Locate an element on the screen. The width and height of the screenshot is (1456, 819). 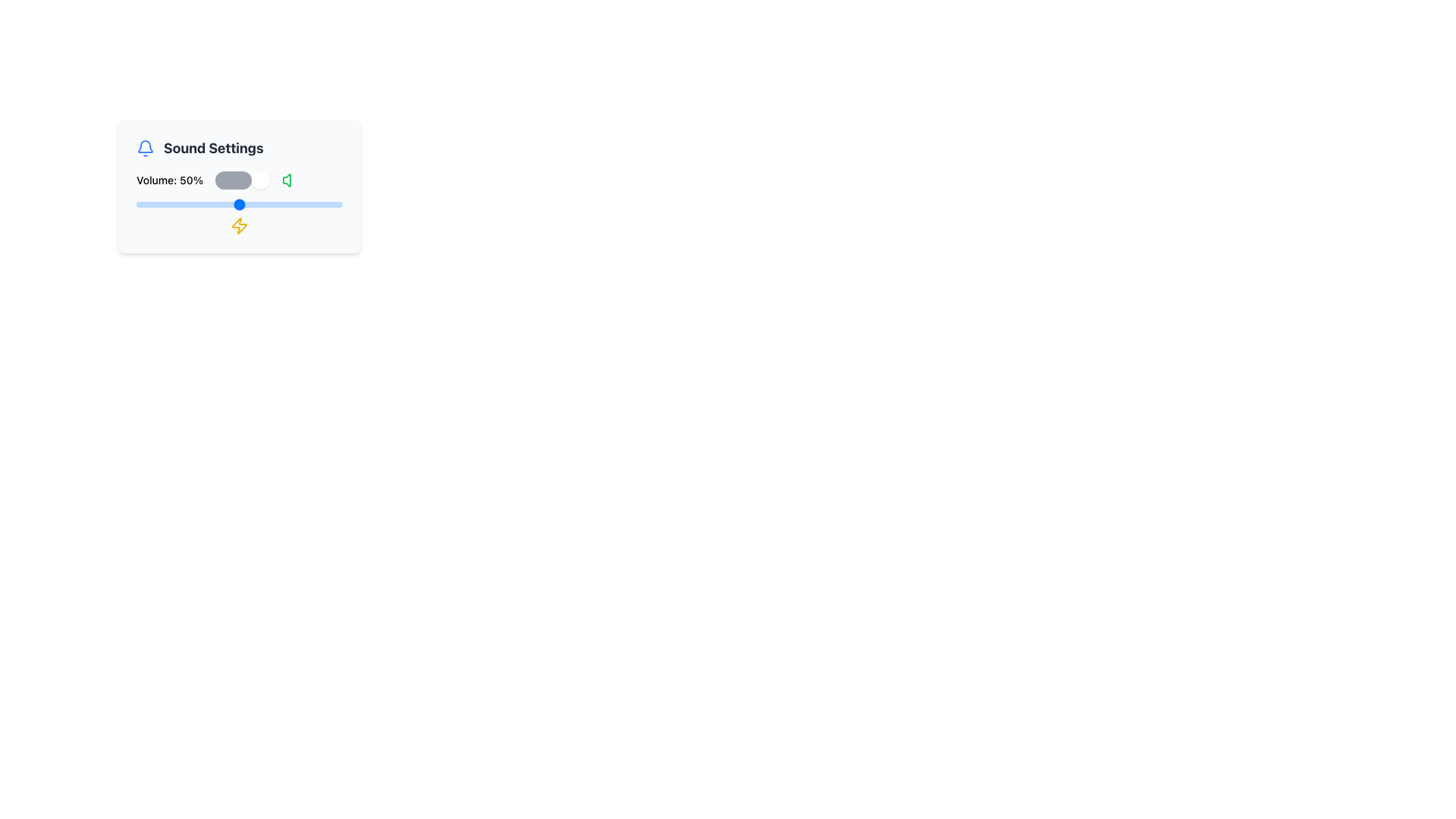
text label displaying 'Volume: 50%' located at the top-left corner of the sound settings pane, adjacent to the toggle switch is located at coordinates (170, 180).